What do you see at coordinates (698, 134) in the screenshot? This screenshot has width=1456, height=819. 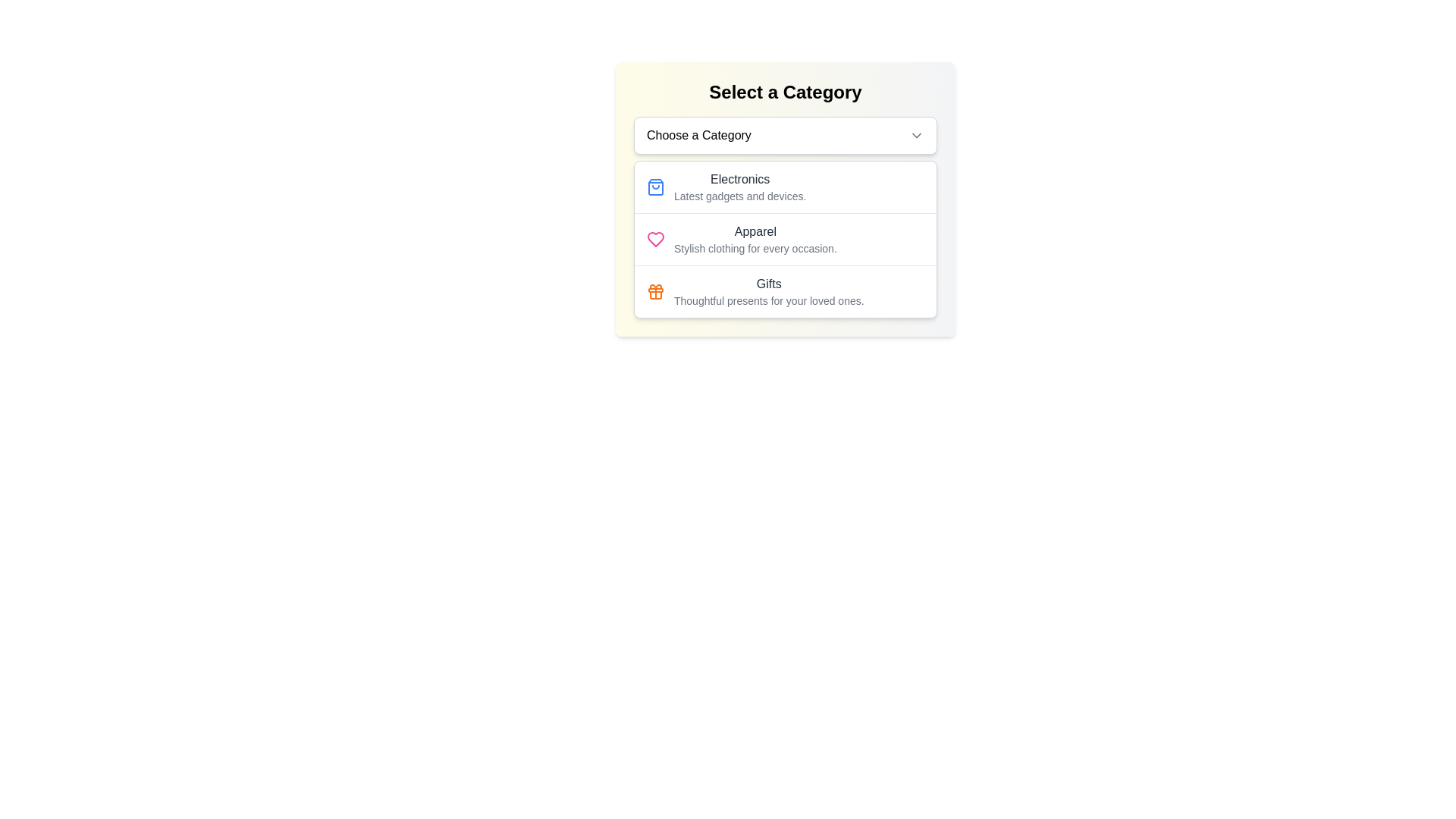 I see `the text label indicating the current selection for the dropdown menu, which is positioned at the top of the category selection card` at bounding box center [698, 134].